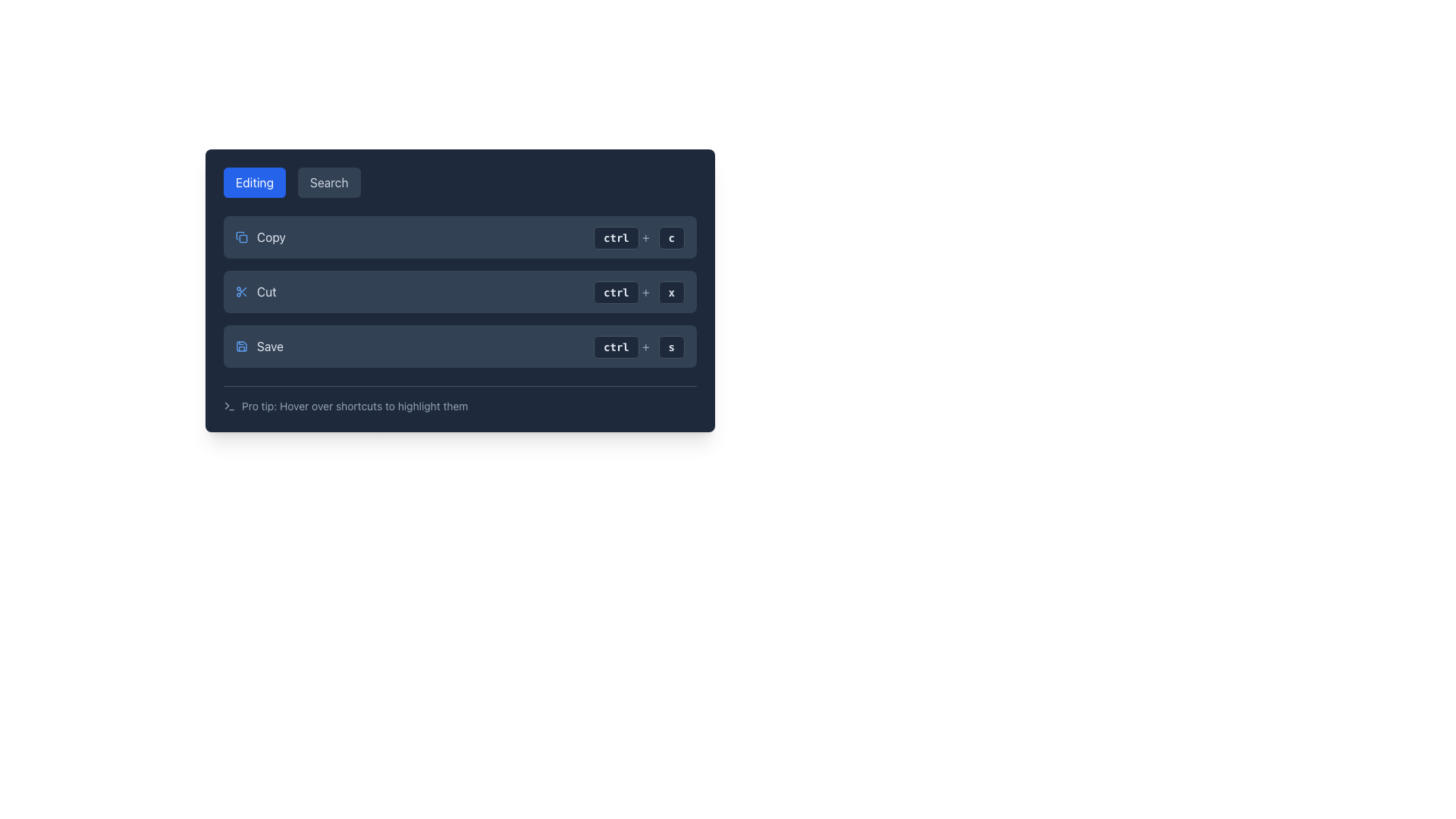 The image size is (1456, 819). I want to click on the Display row for shortcut instructions that shows the cut action 'ctrl+x' for further interaction, so click(459, 292).